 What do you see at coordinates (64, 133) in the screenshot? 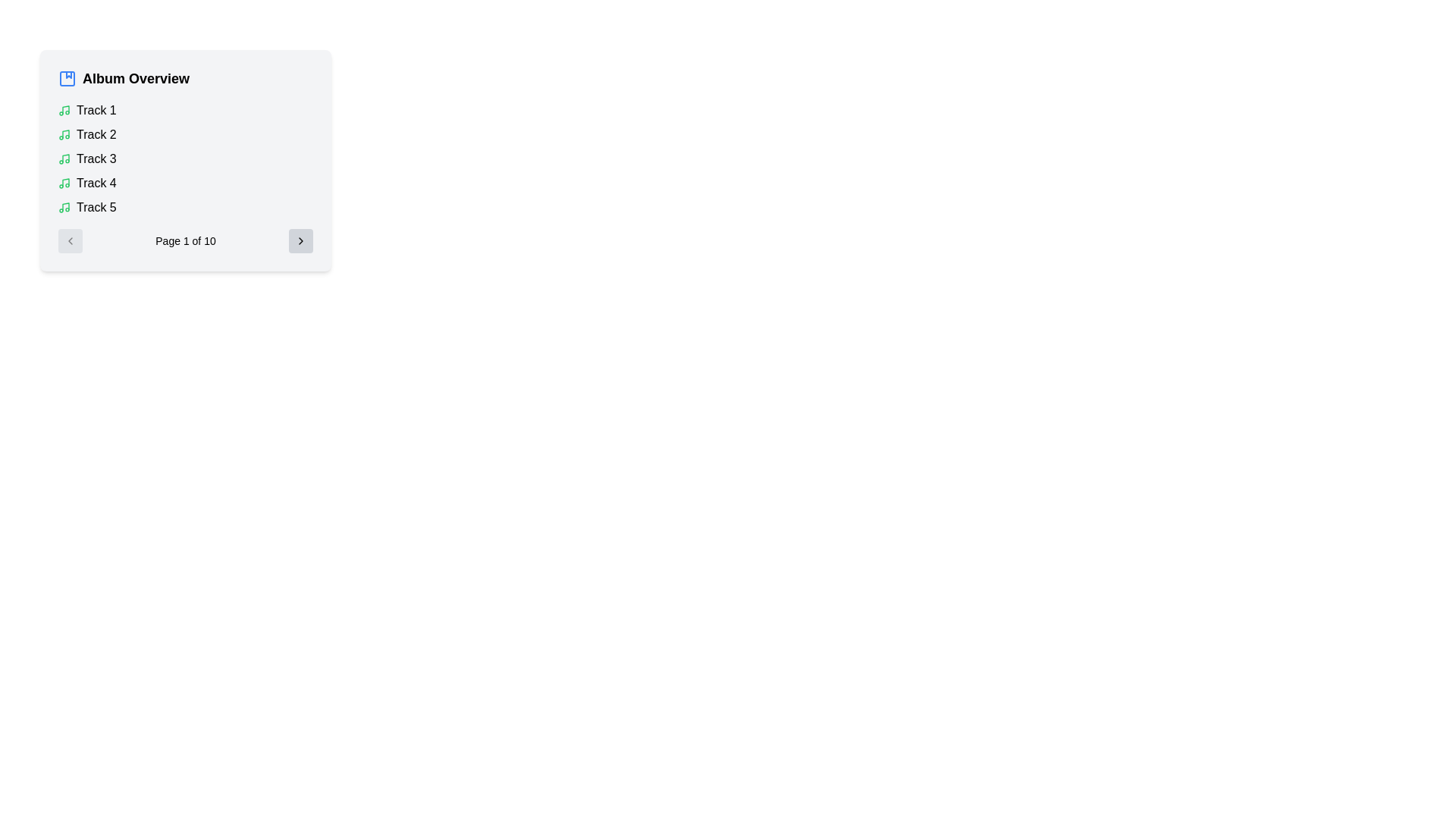
I see `the icon representing 'Track 2' in the vertical list within the 'Album Overview' panel` at bounding box center [64, 133].